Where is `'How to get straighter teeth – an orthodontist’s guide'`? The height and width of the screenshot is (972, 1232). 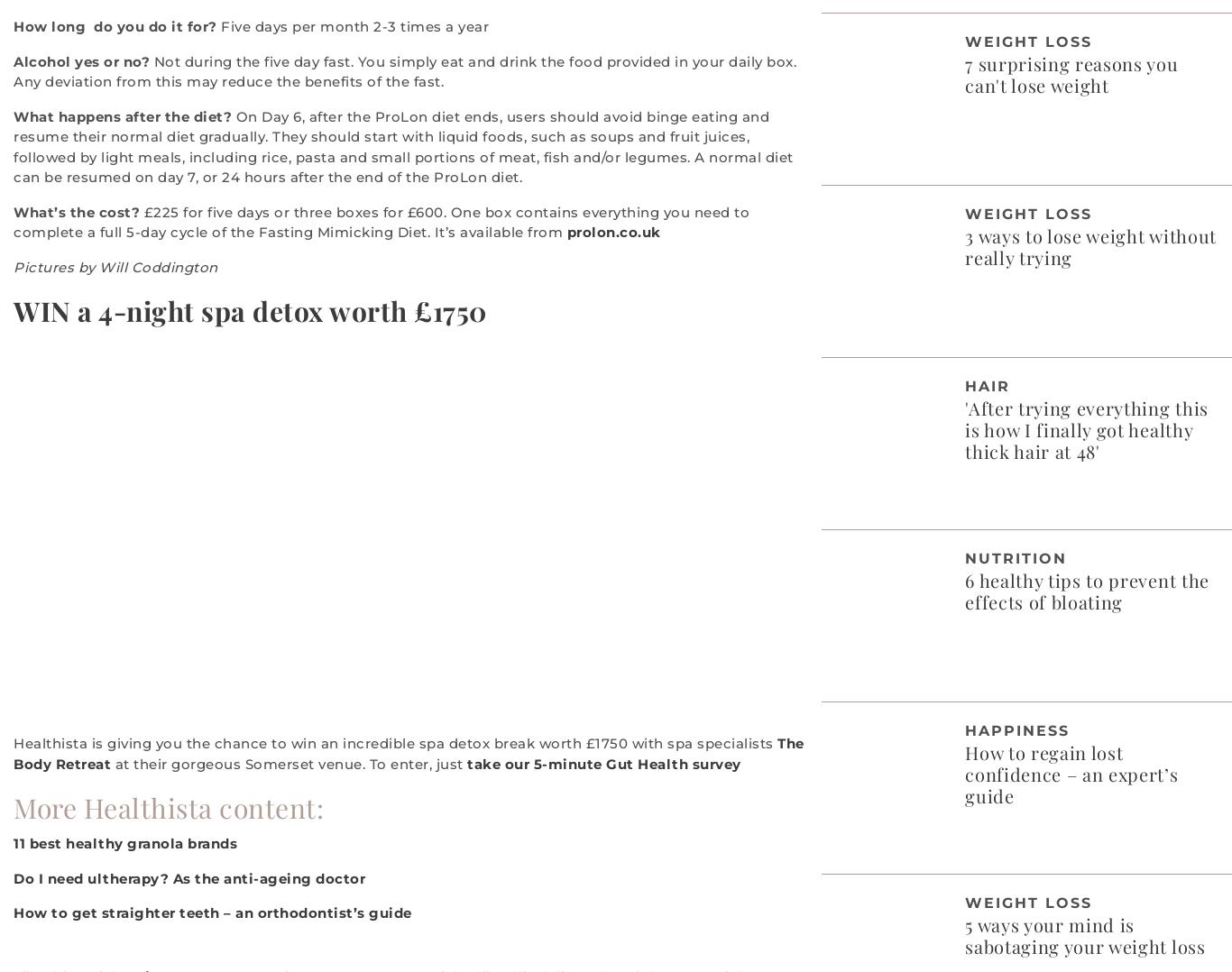 'How to get straighter teeth – an orthodontist’s guide' is located at coordinates (212, 912).